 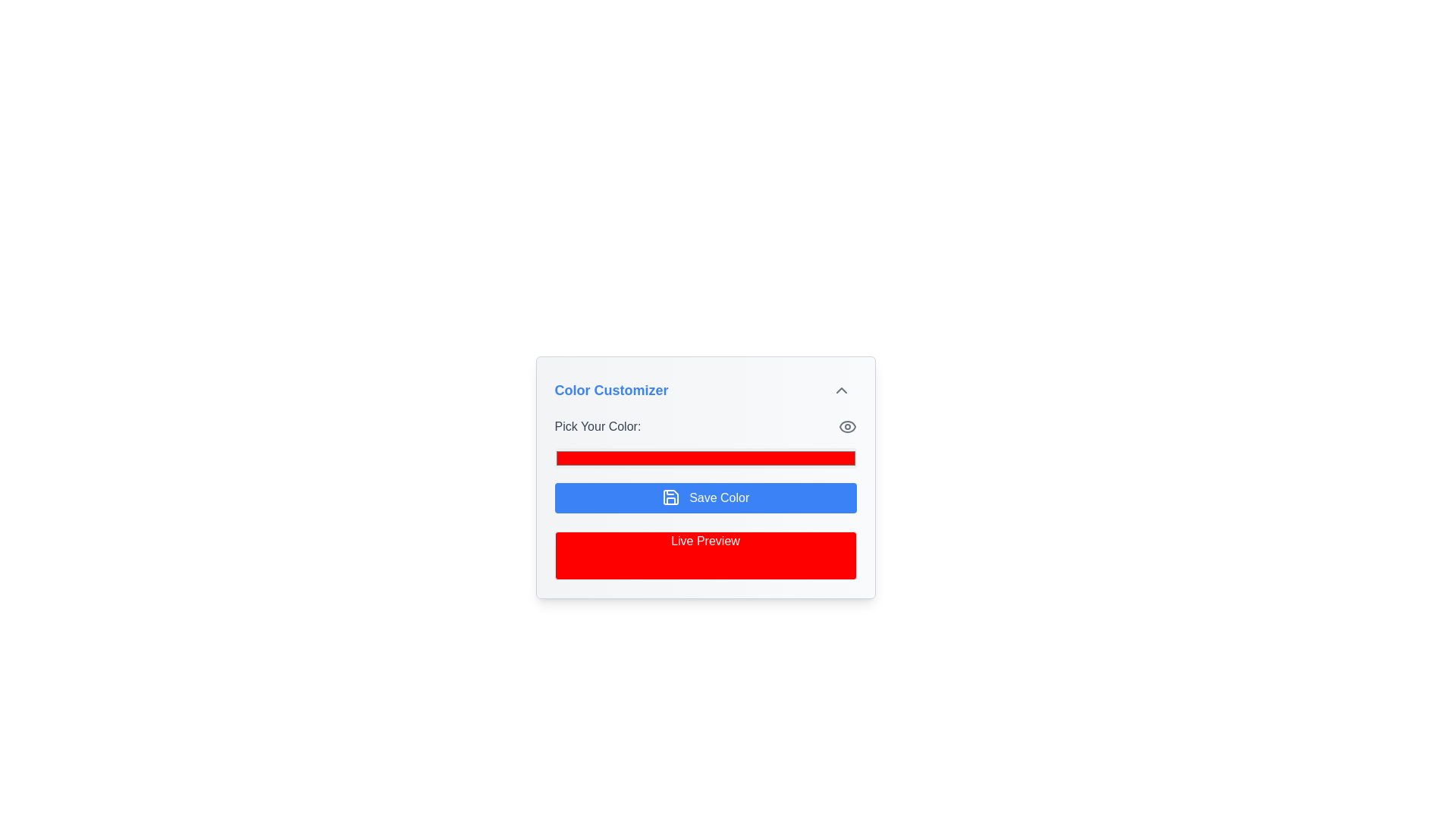 What do you see at coordinates (846, 427) in the screenshot?
I see `the central circular element of the eye icon located in the top-right corner of the 'Pick Your Color' section` at bounding box center [846, 427].